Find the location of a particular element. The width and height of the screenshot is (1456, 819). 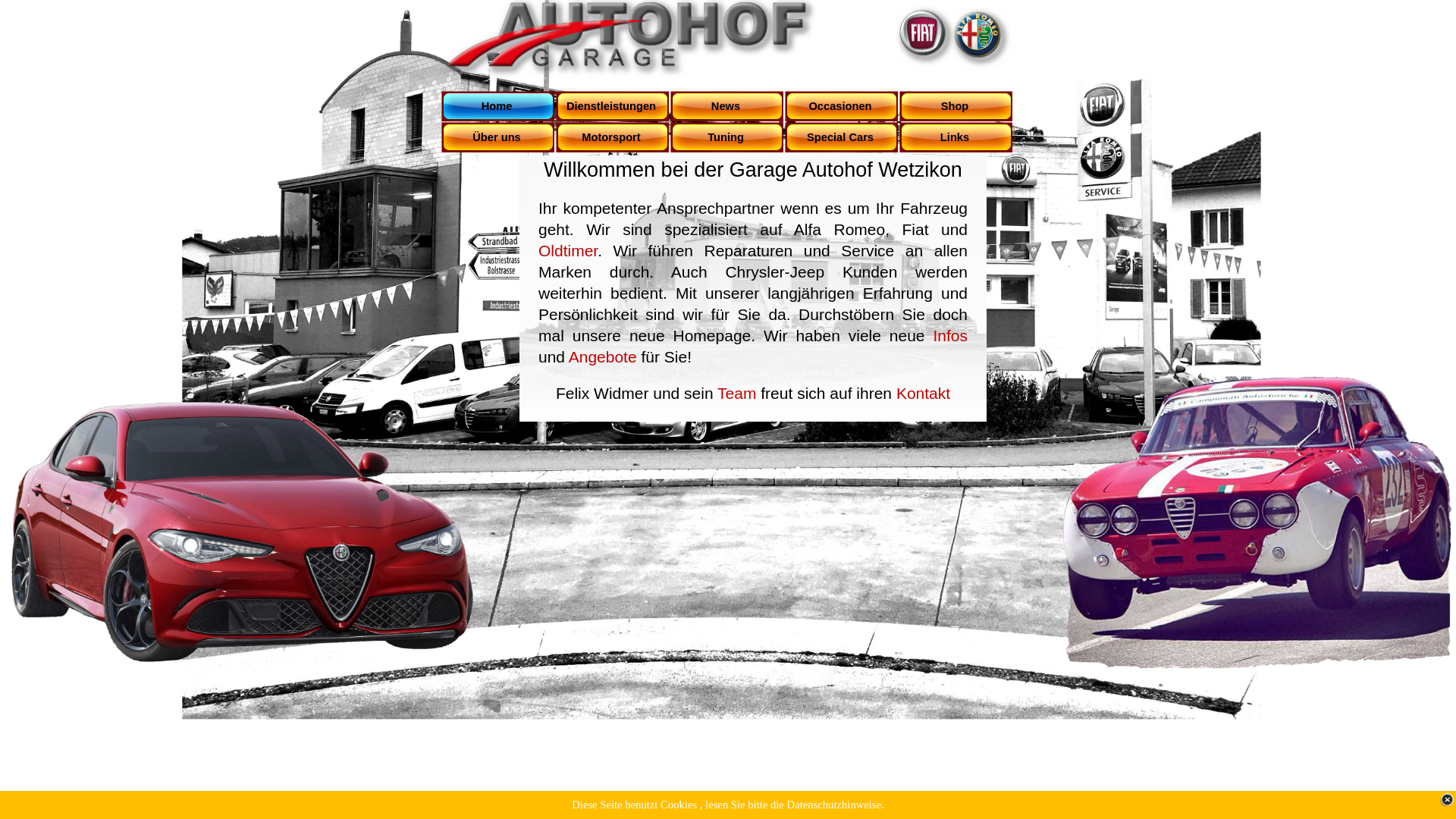

'Tuning' is located at coordinates (726, 137).